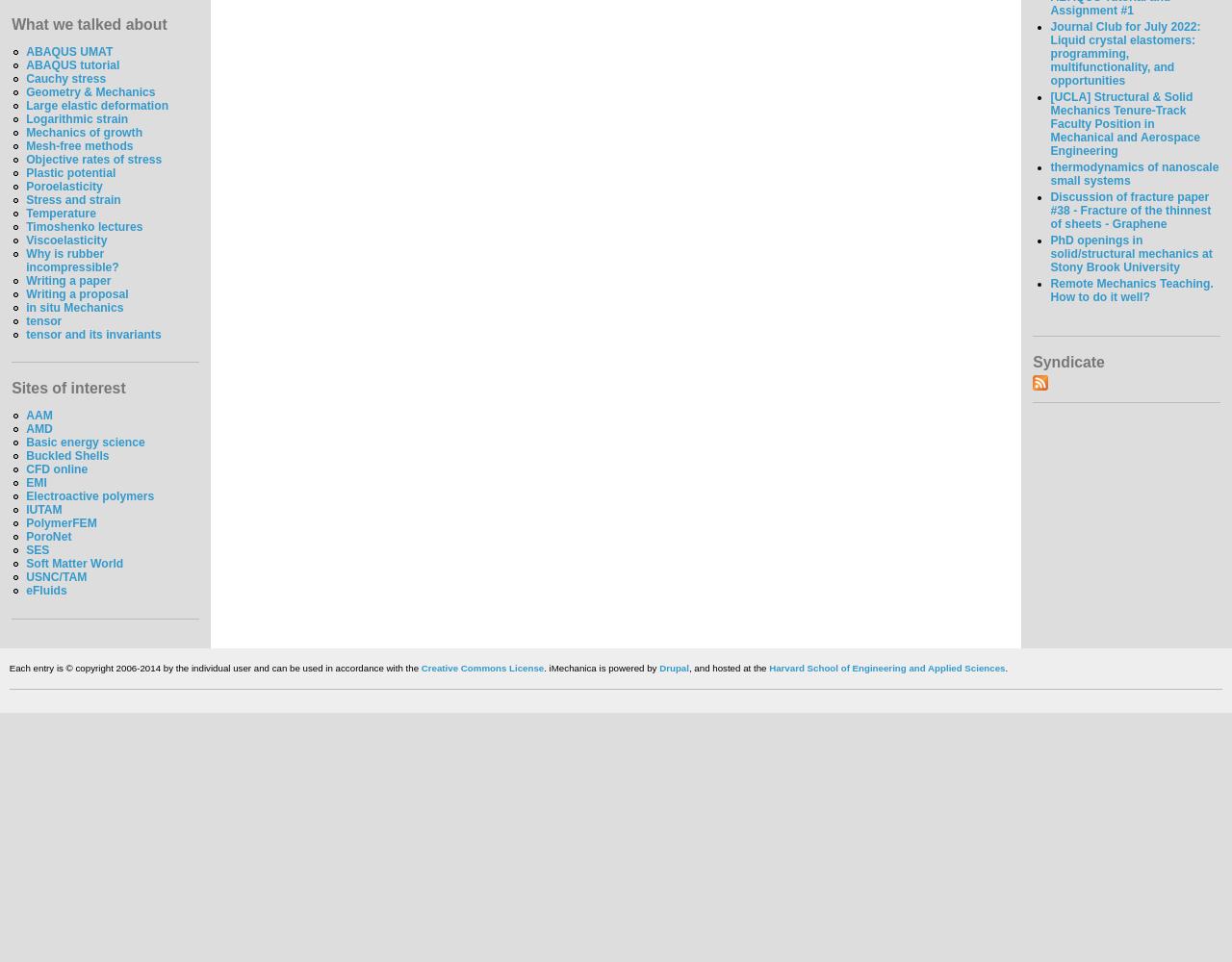  I want to click on 'PolymerFEM', so click(26, 523).